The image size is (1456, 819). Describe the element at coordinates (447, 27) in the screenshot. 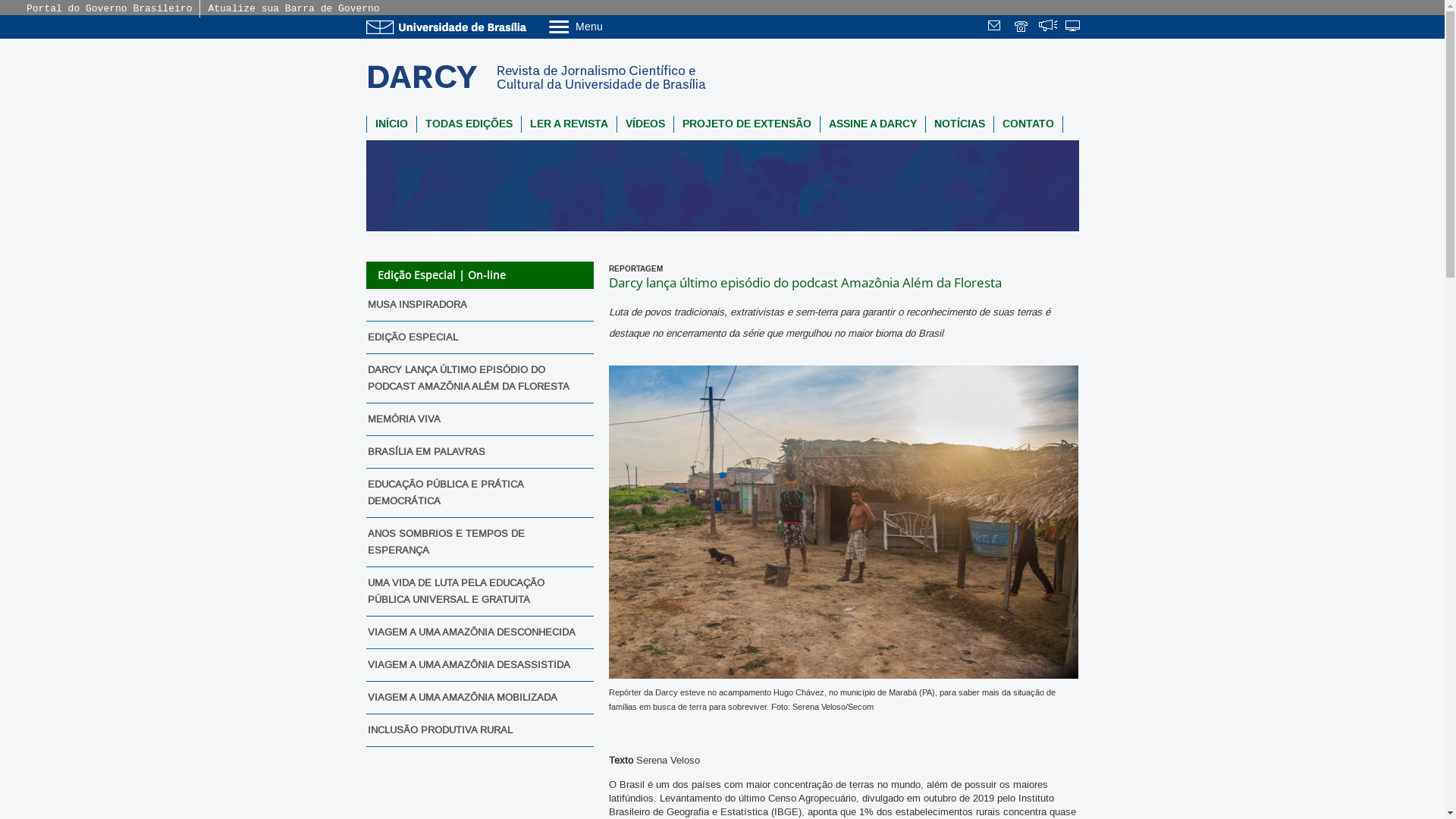

I see `'Ir para o Portal da UnB'` at that location.